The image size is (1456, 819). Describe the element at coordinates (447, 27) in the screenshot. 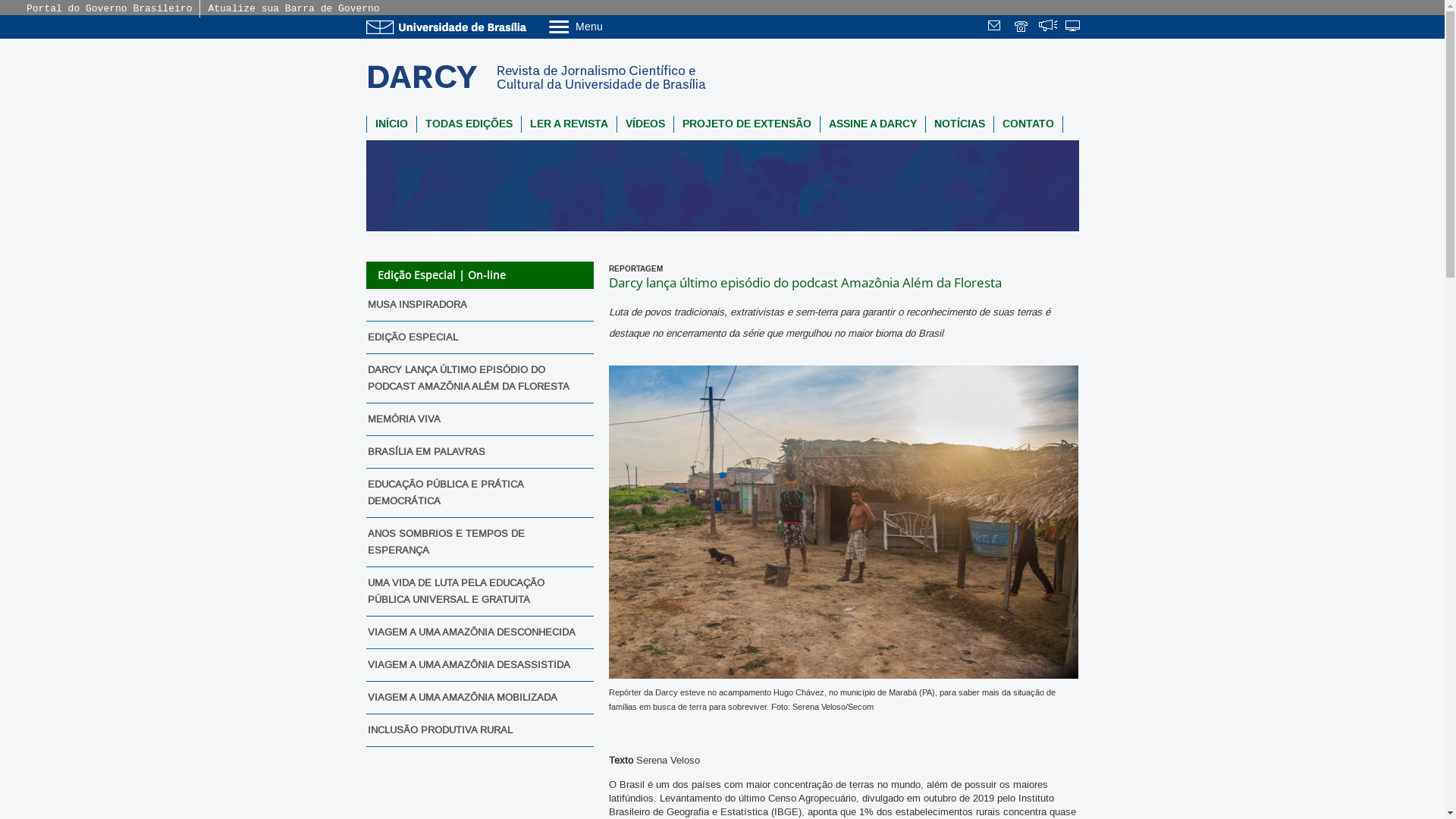

I see `'Ir para o Portal da UnB'` at that location.